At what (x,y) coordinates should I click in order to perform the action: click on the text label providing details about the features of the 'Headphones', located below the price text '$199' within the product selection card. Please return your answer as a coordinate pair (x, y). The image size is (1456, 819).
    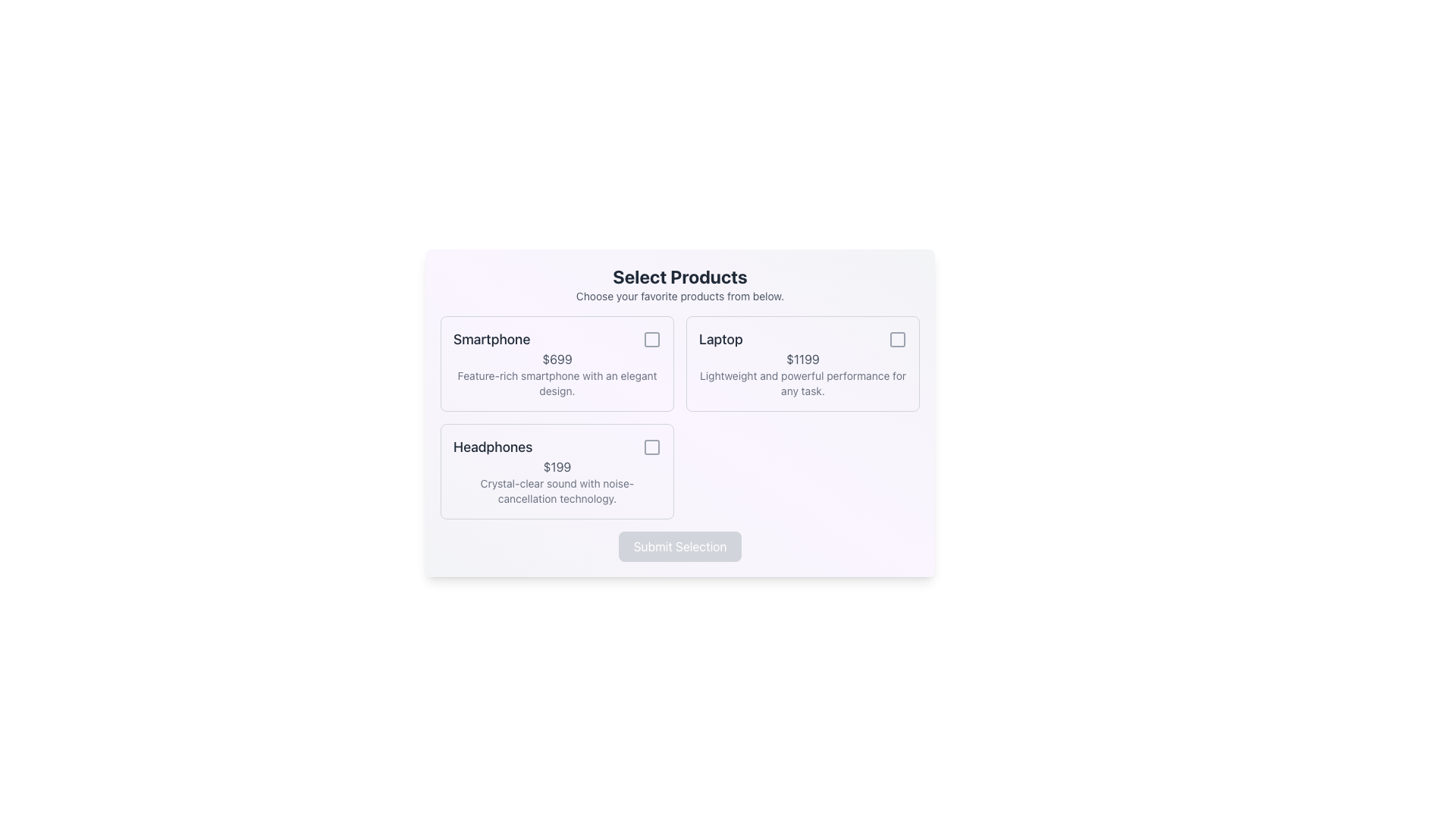
    Looking at the image, I should click on (556, 491).